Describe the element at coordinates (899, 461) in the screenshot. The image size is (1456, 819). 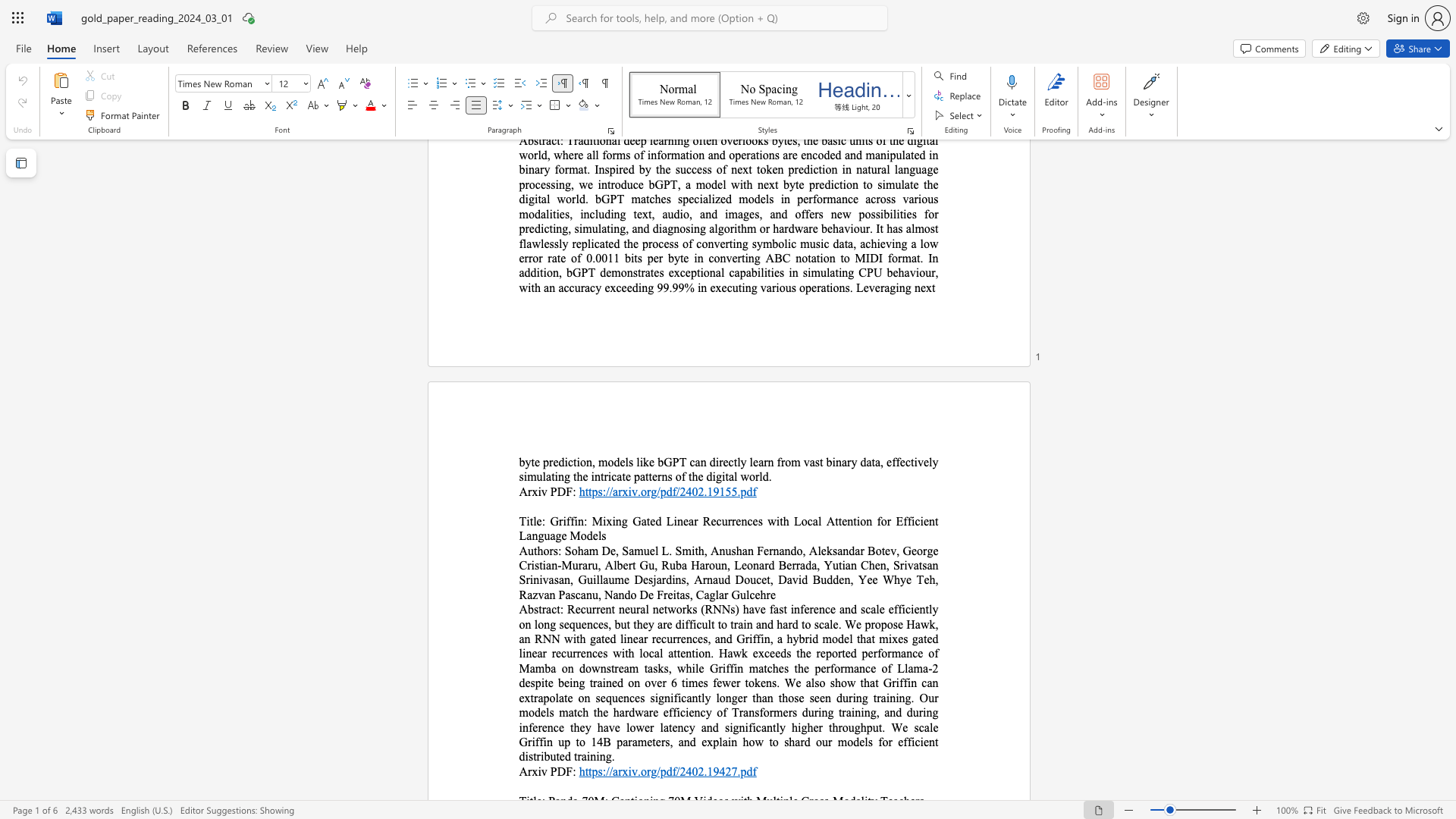
I see `the subset text "ectively simulating the intricate patterns of t" within the text "byte prediction, models like bGPT can directly learn from vast binary data, effectively simulating the intricate patterns of the digital world."` at that location.